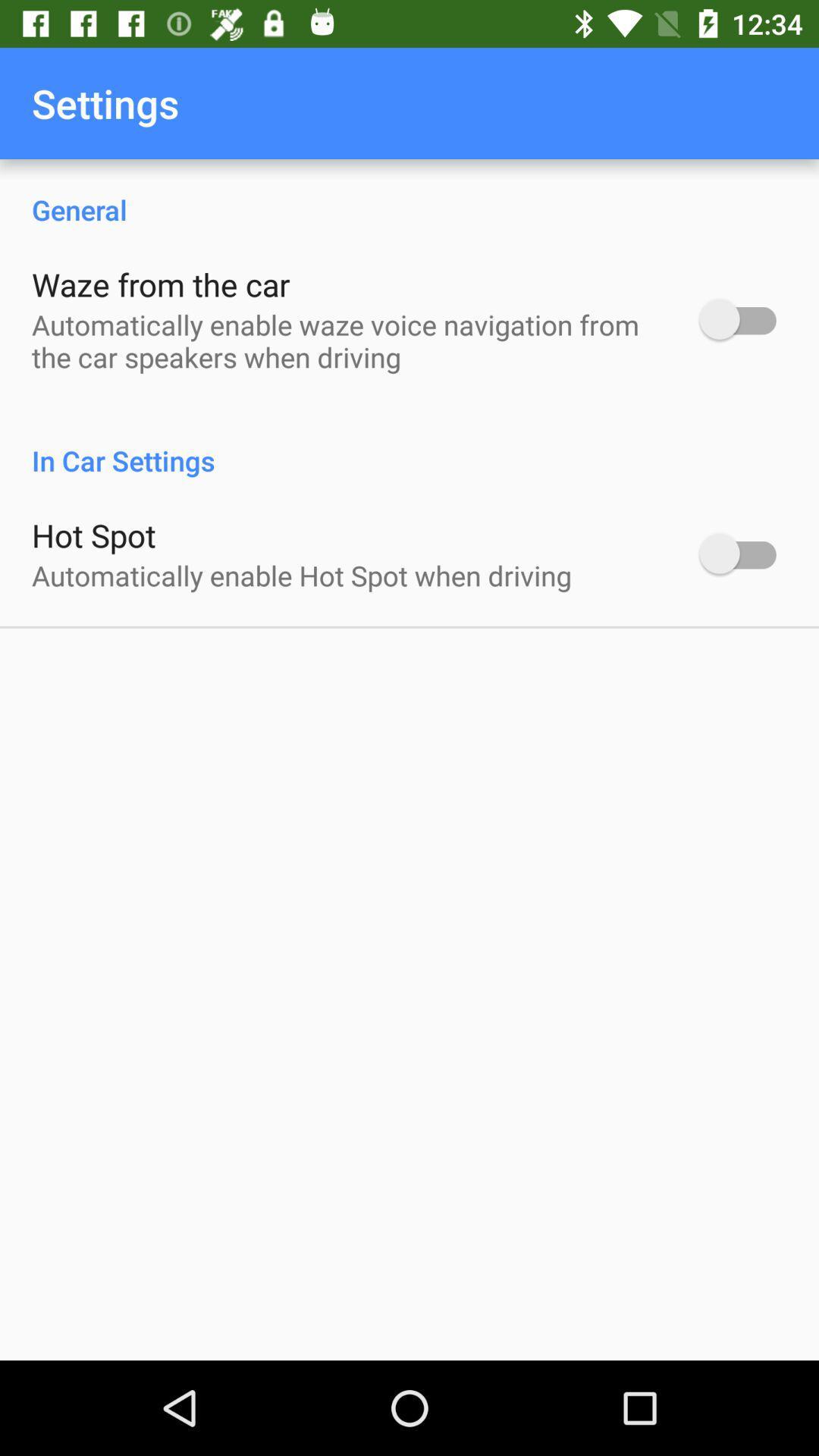 The image size is (819, 1456). I want to click on the in car settings, so click(409, 444).